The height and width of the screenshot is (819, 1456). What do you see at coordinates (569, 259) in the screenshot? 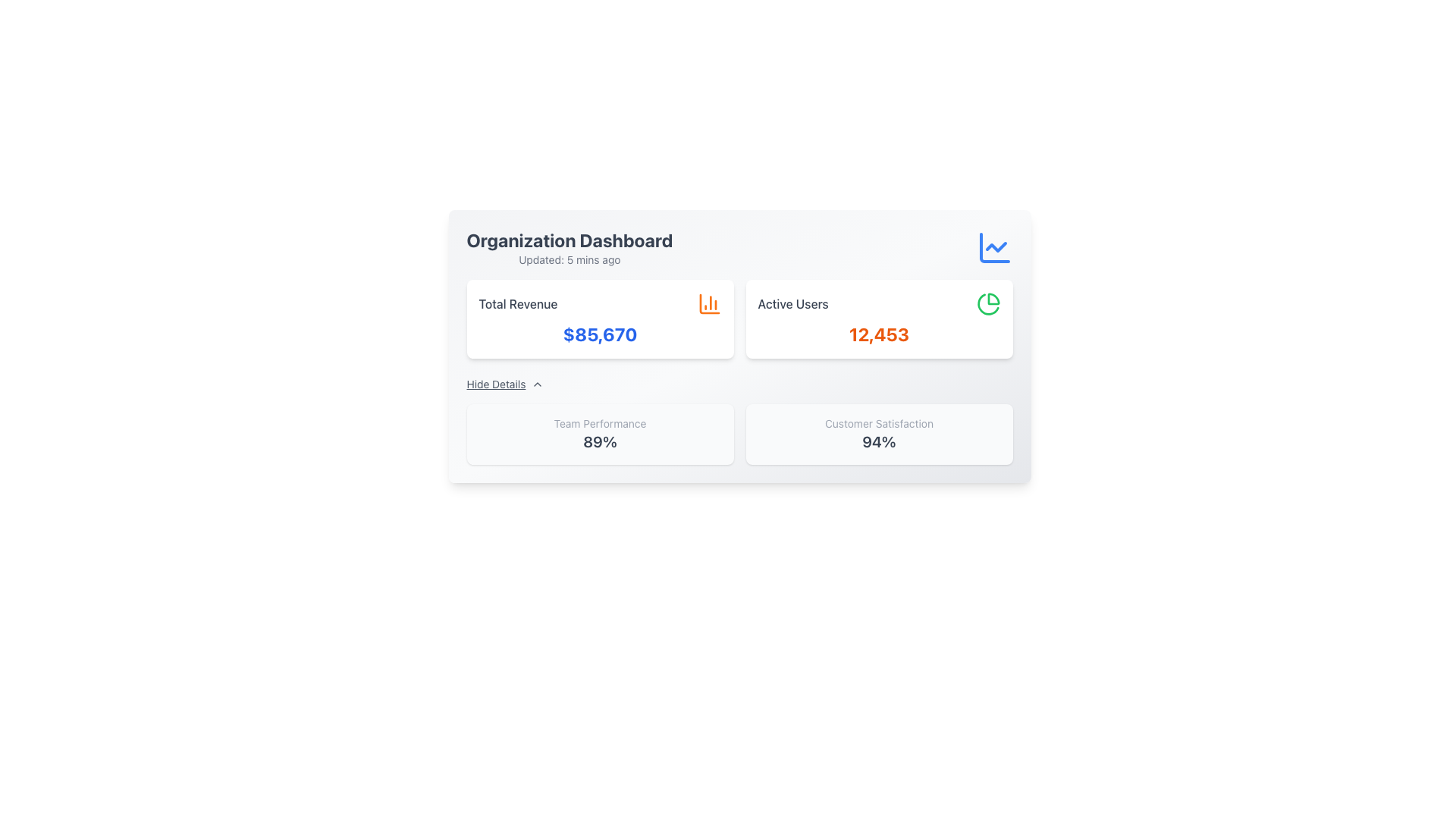
I see `informational text label displaying the last updated timestamp located directly below the 'Organization Dashboard' heading` at bounding box center [569, 259].